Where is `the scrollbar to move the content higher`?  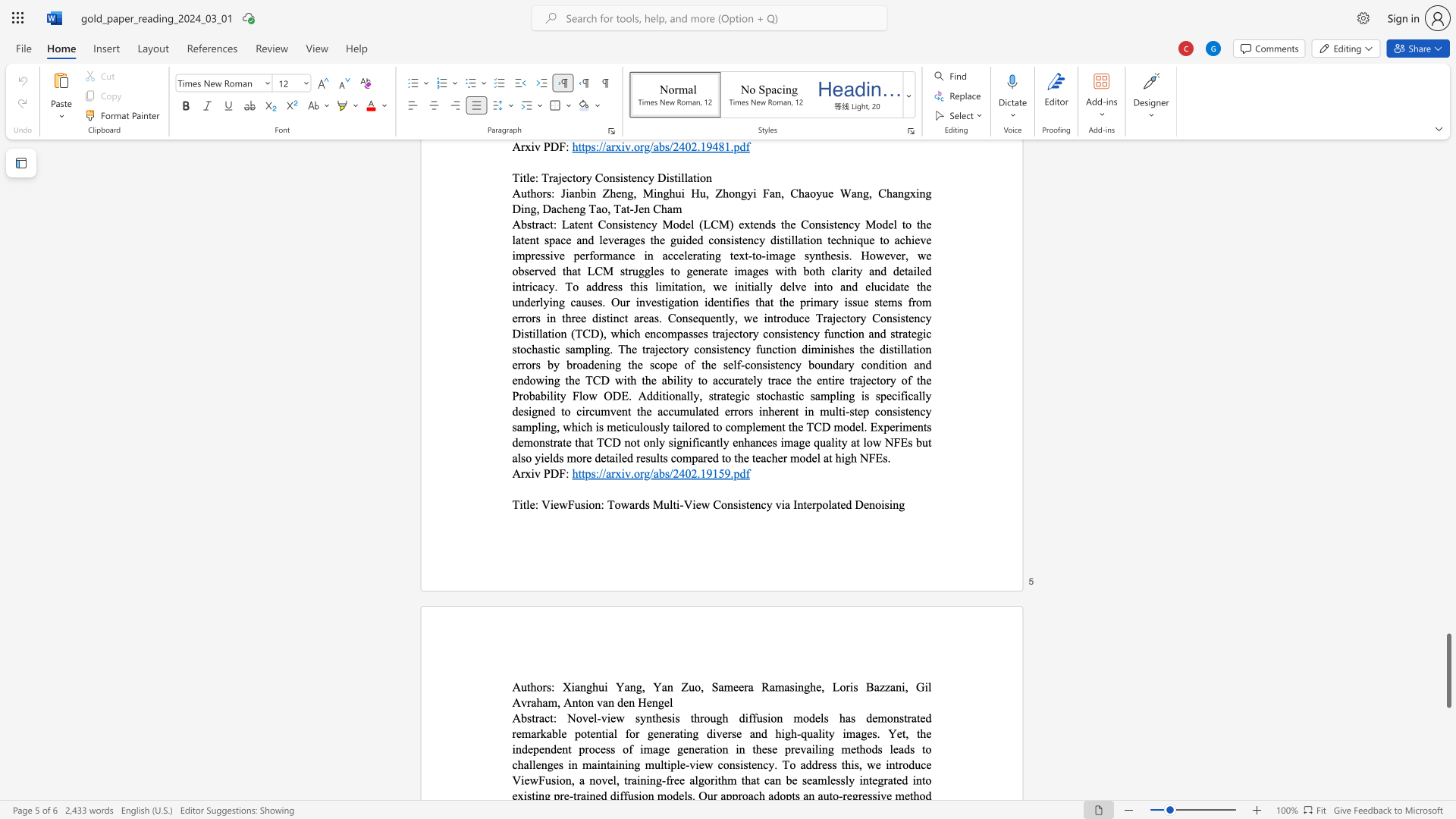 the scrollbar to move the content higher is located at coordinates (1448, 265).